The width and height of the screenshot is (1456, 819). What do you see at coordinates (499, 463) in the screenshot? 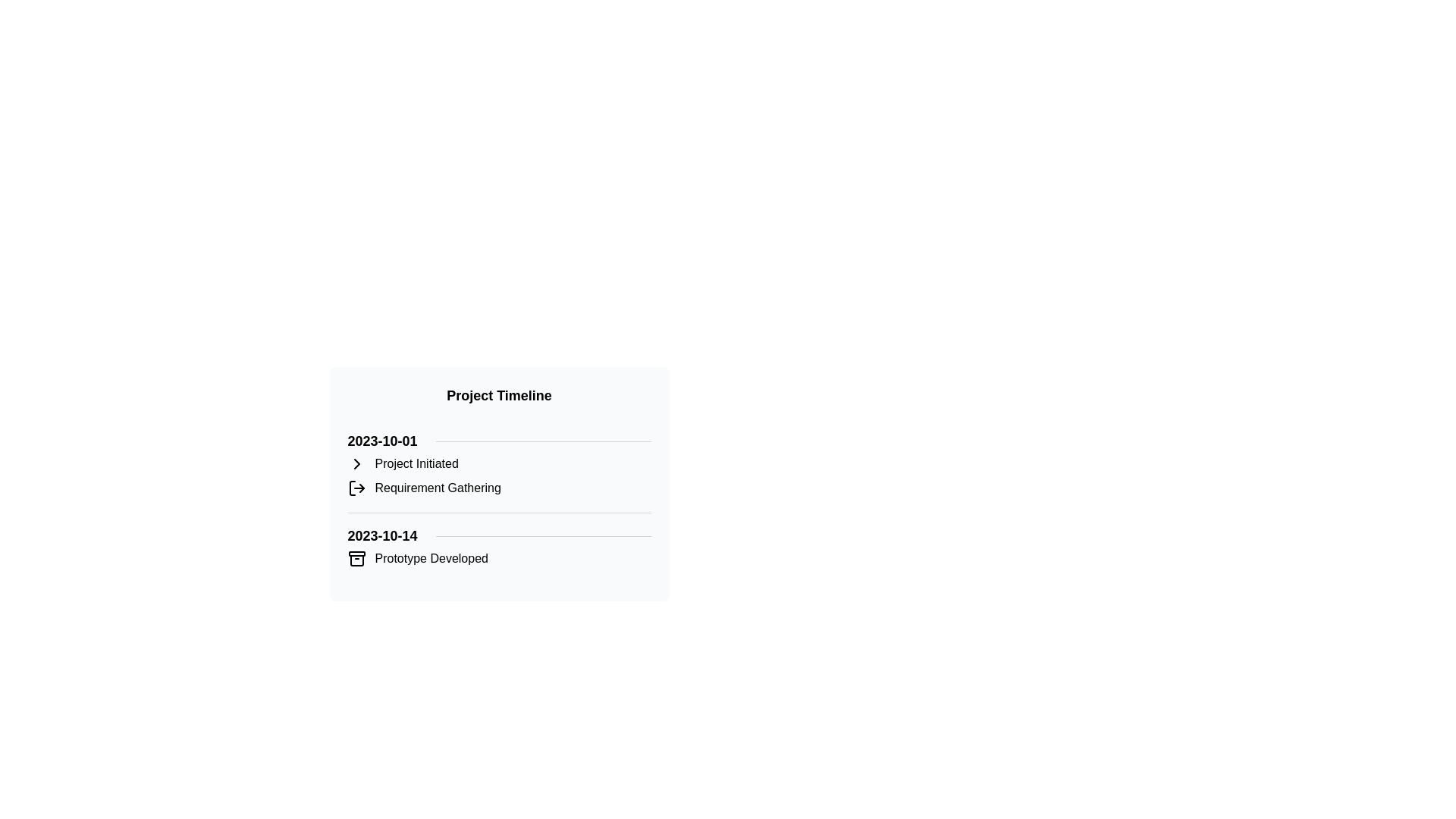
I see `the first list item under the heading '2023-10-01', which denotes a project phase or milestone, to gather more information` at bounding box center [499, 463].